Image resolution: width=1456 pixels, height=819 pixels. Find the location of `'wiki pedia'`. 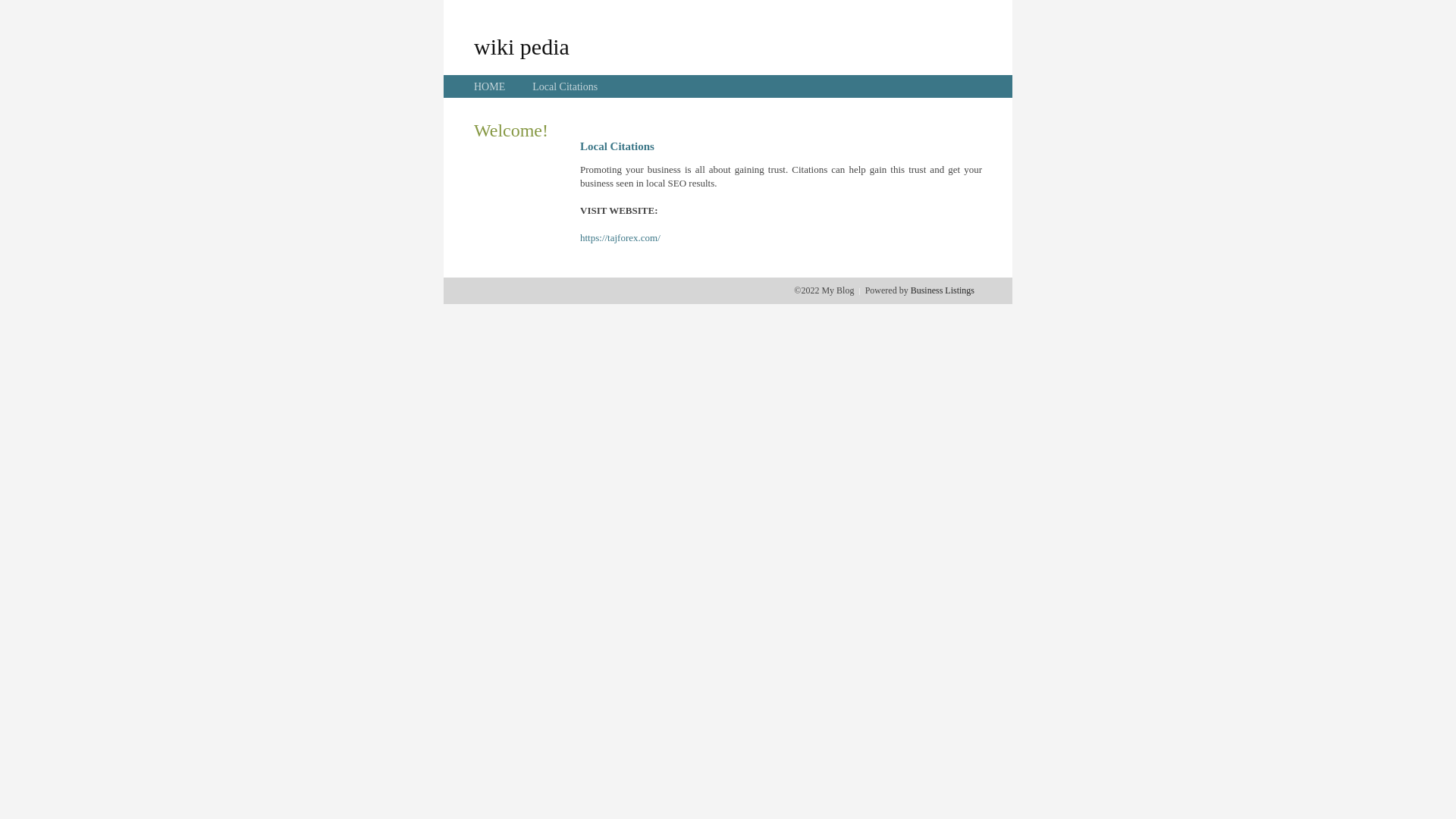

'wiki pedia' is located at coordinates (521, 45).